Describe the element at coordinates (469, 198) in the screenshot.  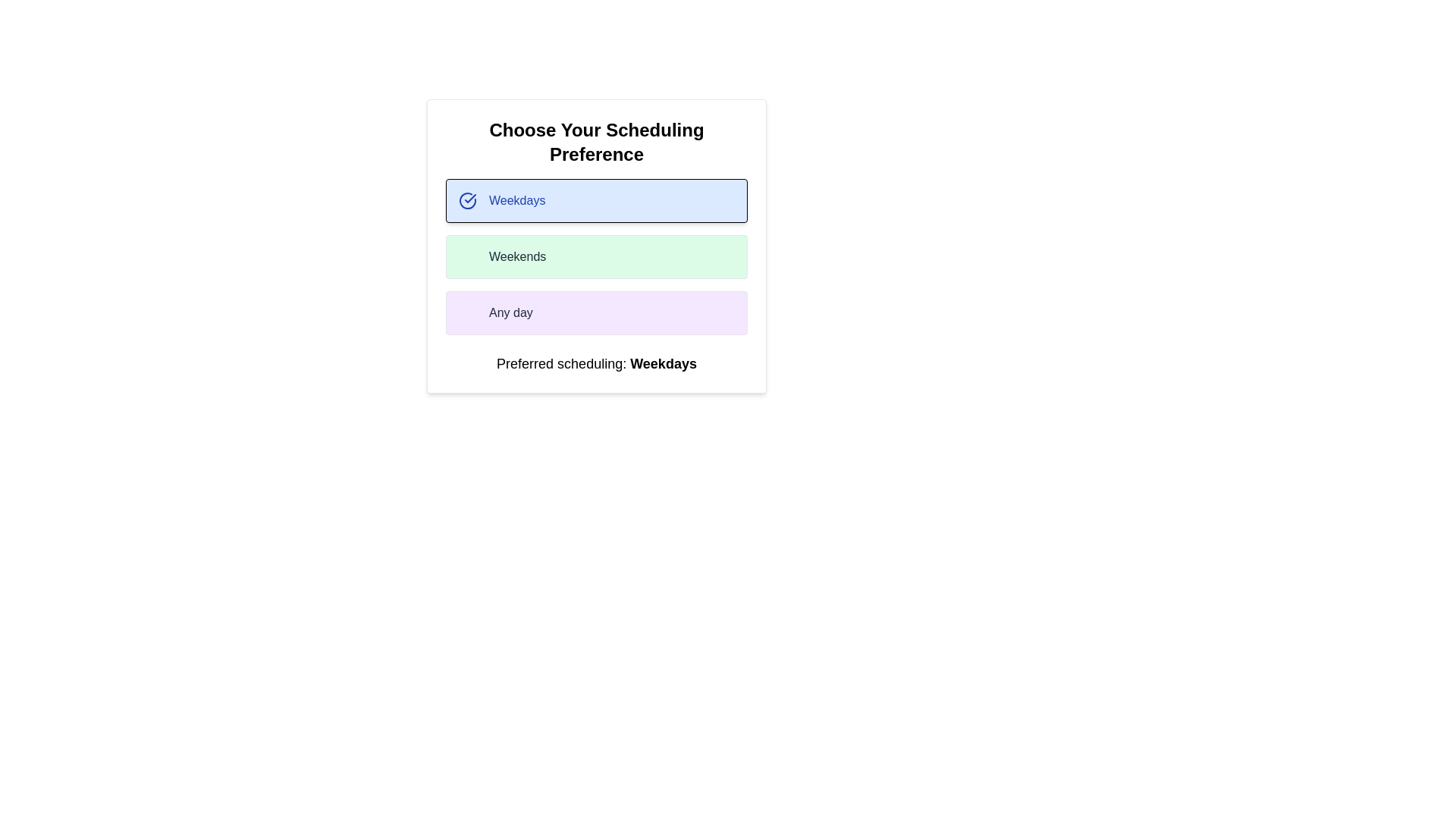
I see `the visual indicator icon located to the left of the 'Weekdays' selection option` at that location.